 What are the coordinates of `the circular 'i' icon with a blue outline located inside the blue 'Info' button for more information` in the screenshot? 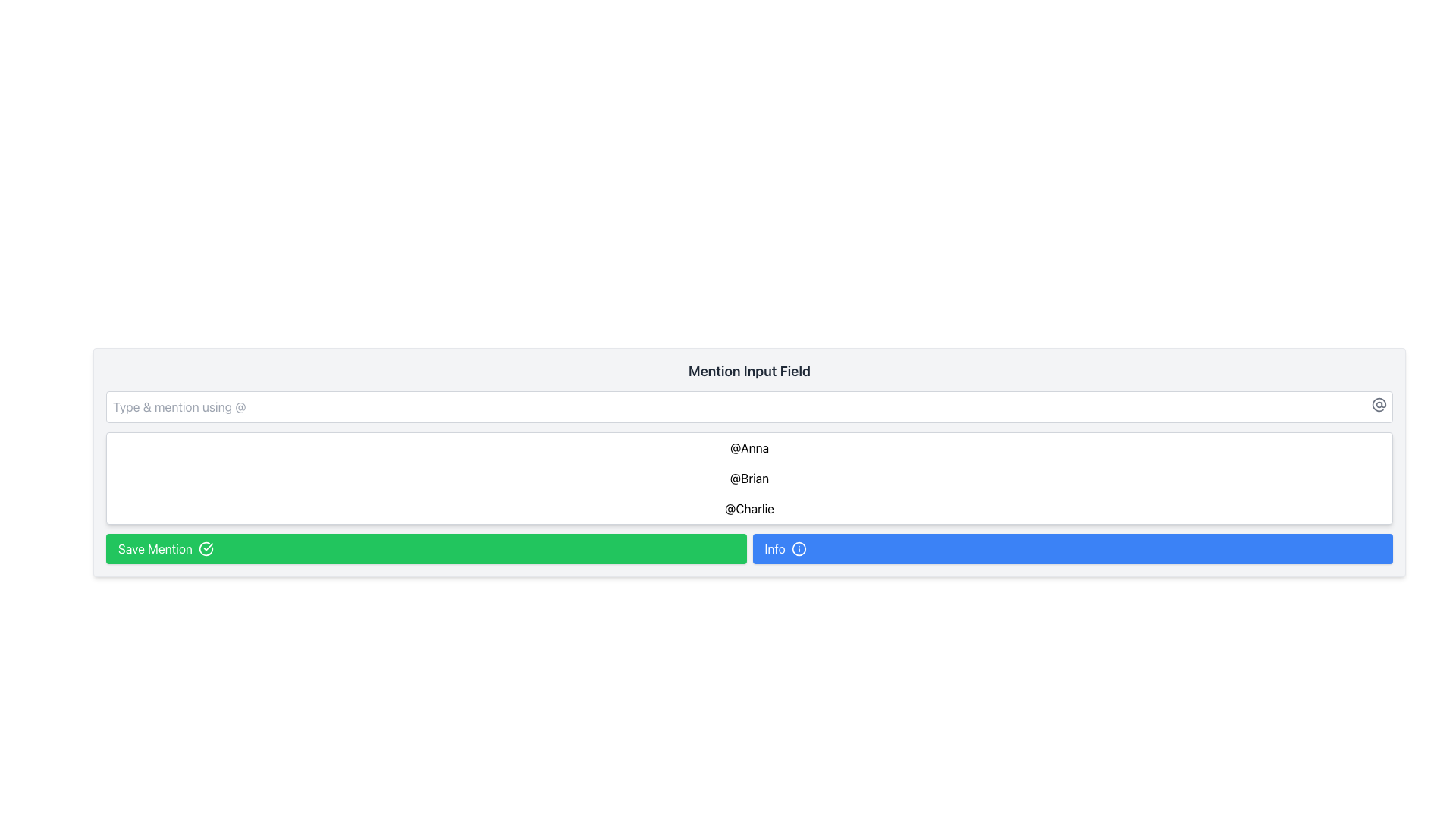 It's located at (798, 549).